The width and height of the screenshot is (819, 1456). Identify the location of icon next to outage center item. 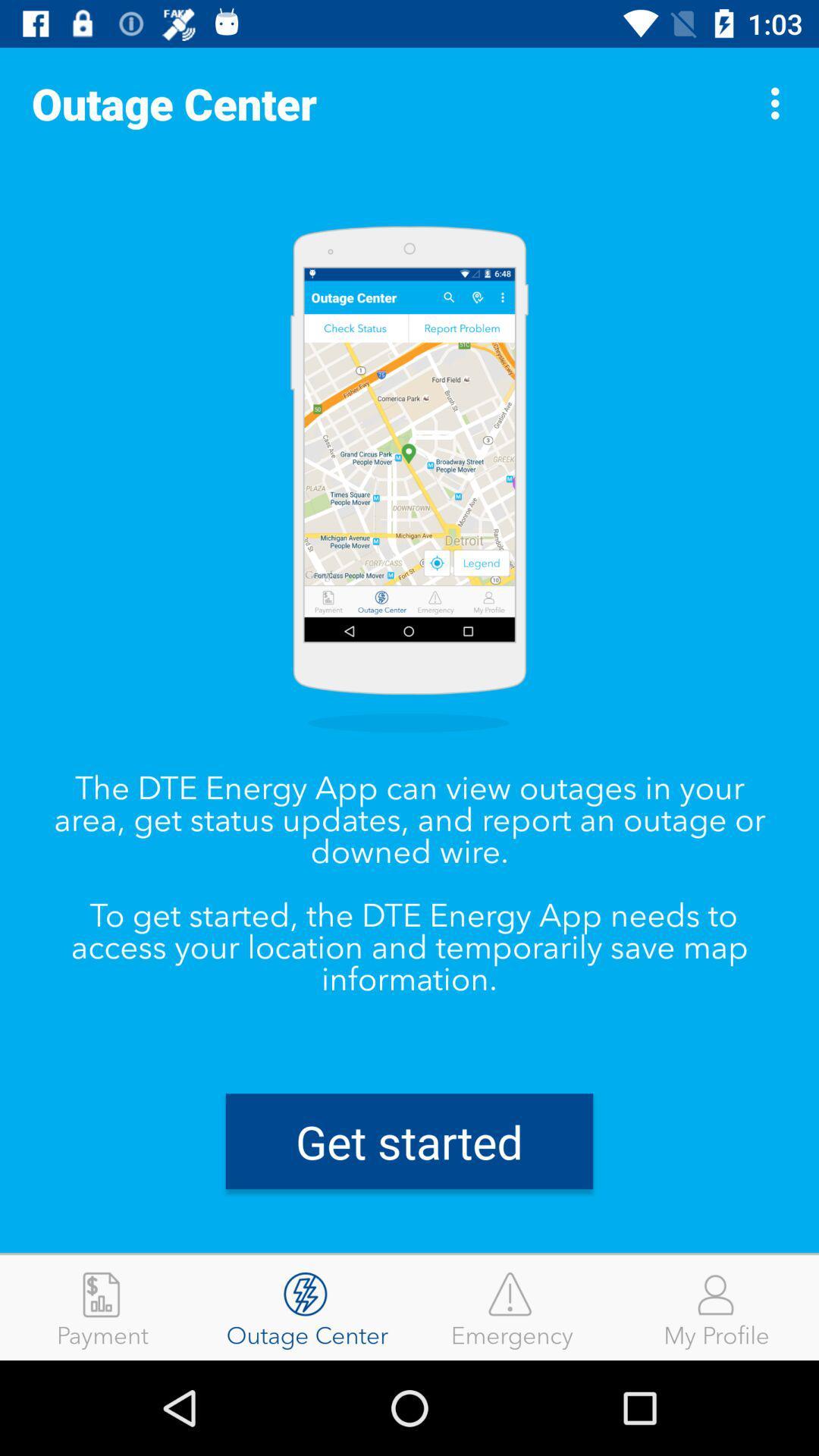
(779, 102).